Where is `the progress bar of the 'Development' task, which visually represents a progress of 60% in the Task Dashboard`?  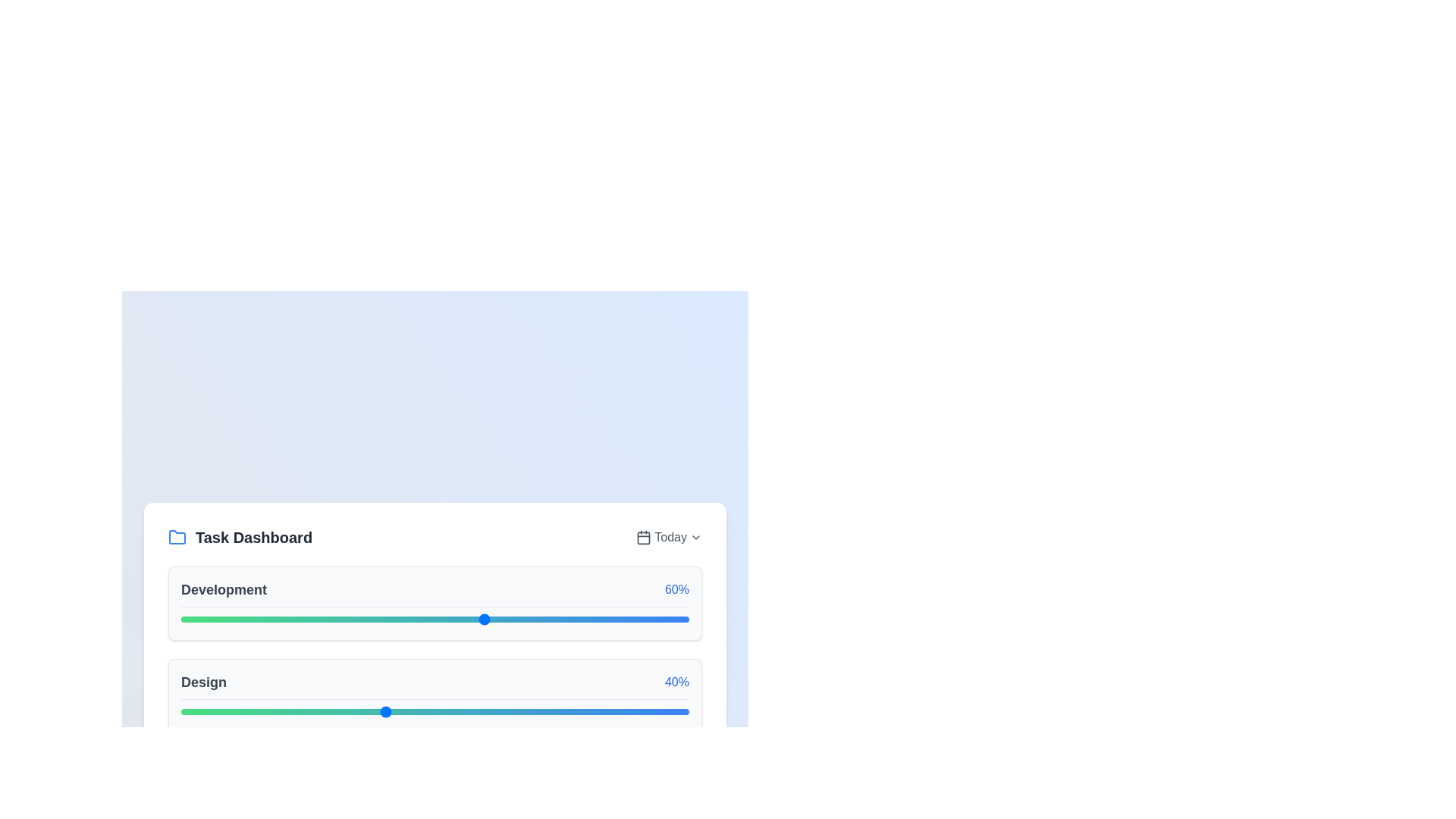
the progress bar of the 'Development' task, which visually represents a progress of 60% in the Task Dashboard is located at coordinates (435, 602).